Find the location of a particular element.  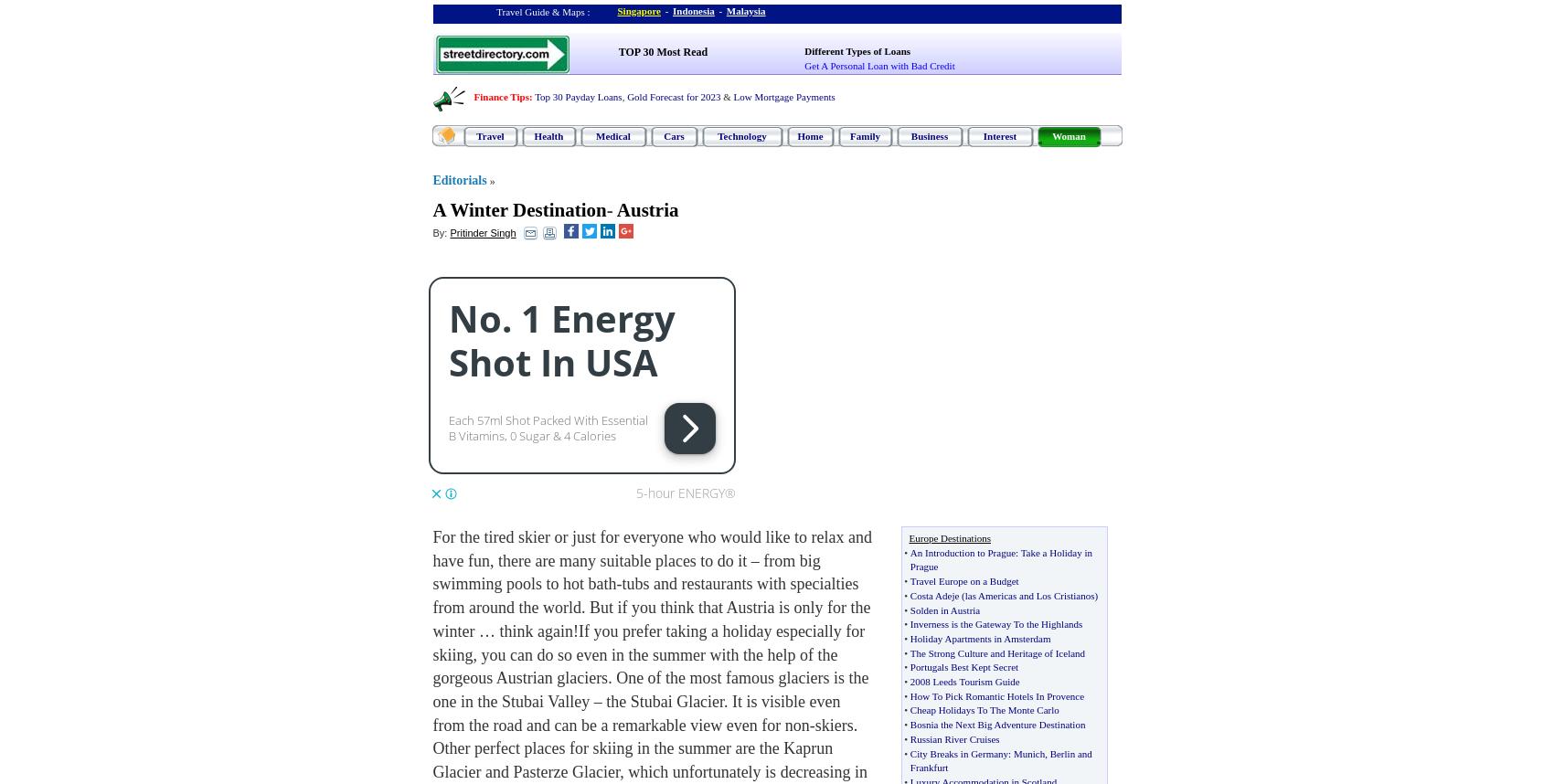

'An Introduction to Prague' is located at coordinates (961, 552).